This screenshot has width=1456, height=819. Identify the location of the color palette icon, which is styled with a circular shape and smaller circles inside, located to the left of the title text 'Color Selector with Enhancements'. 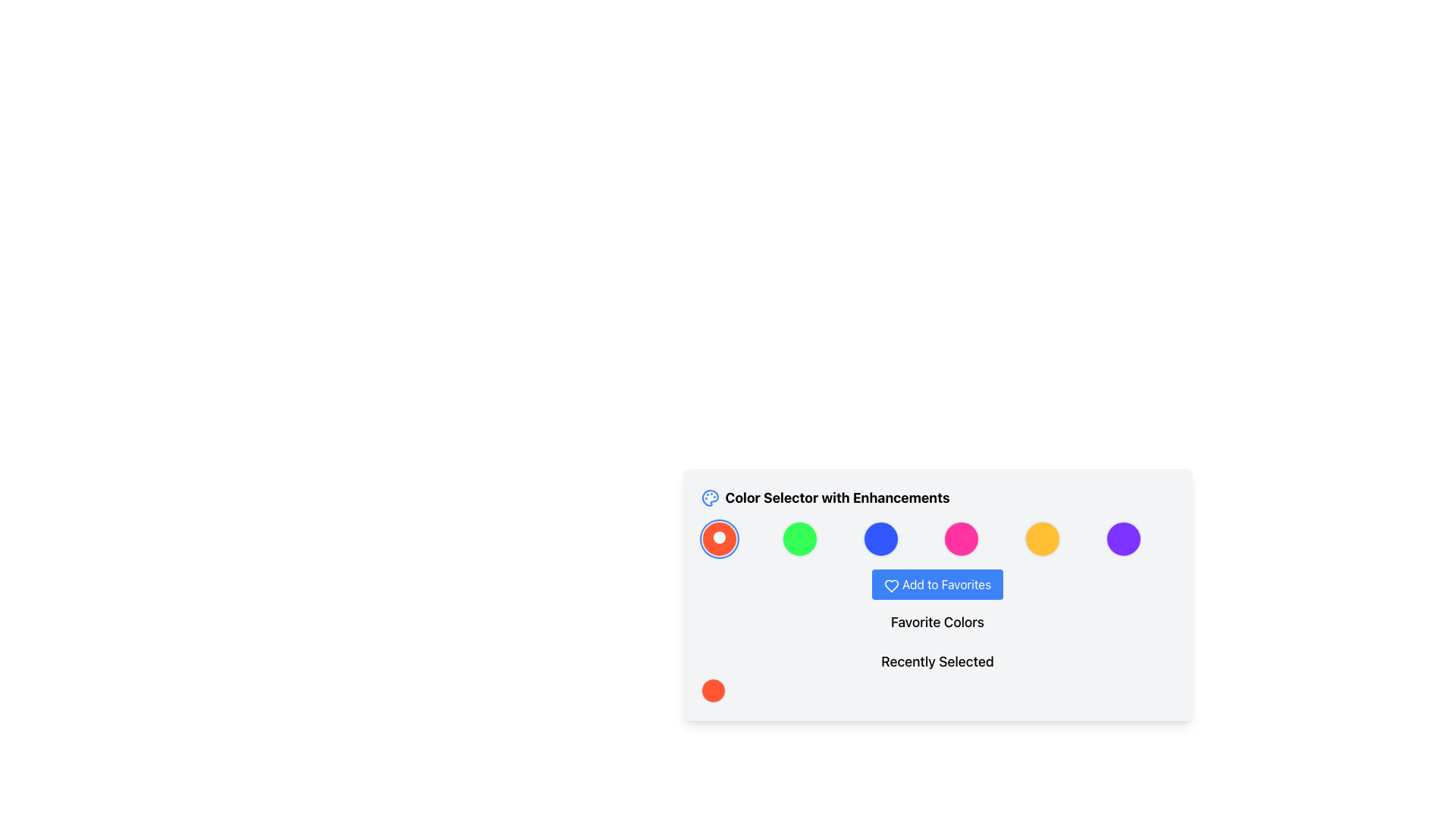
(709, 497).